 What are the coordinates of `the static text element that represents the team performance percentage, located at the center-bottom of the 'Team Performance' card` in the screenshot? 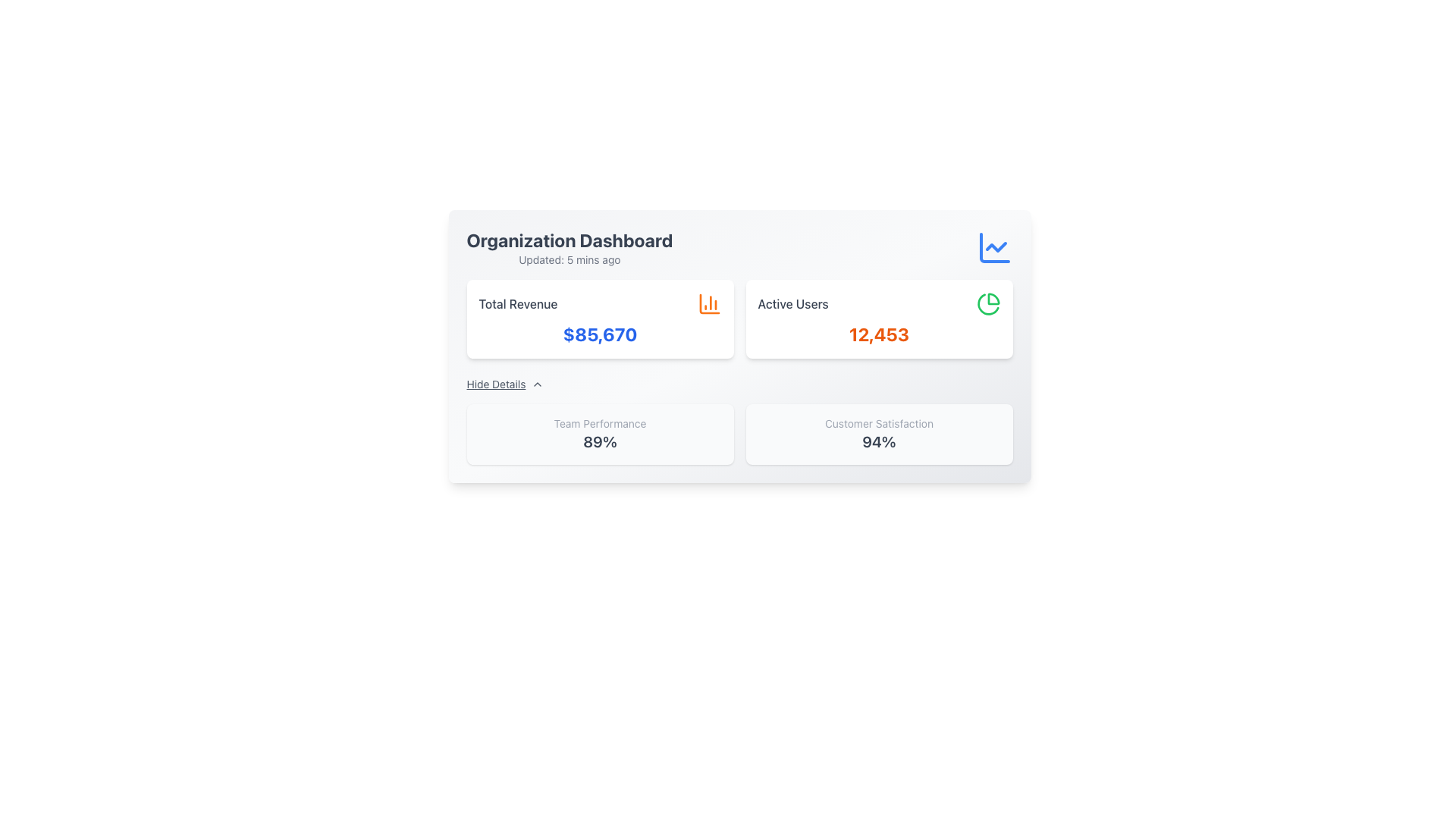 It's located at (599, 441).